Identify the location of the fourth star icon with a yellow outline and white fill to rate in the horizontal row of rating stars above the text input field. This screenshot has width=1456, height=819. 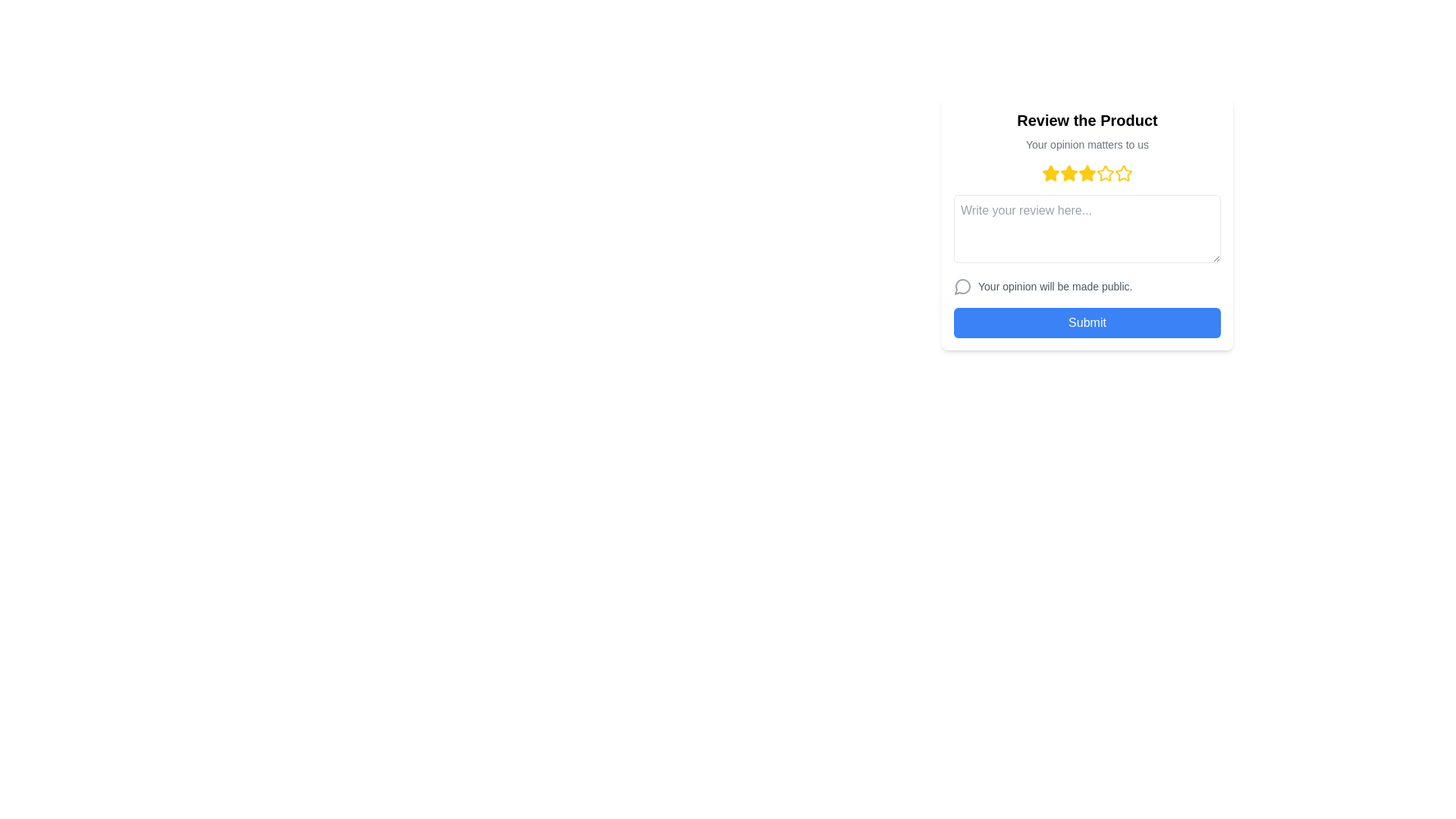
(1105, 171).